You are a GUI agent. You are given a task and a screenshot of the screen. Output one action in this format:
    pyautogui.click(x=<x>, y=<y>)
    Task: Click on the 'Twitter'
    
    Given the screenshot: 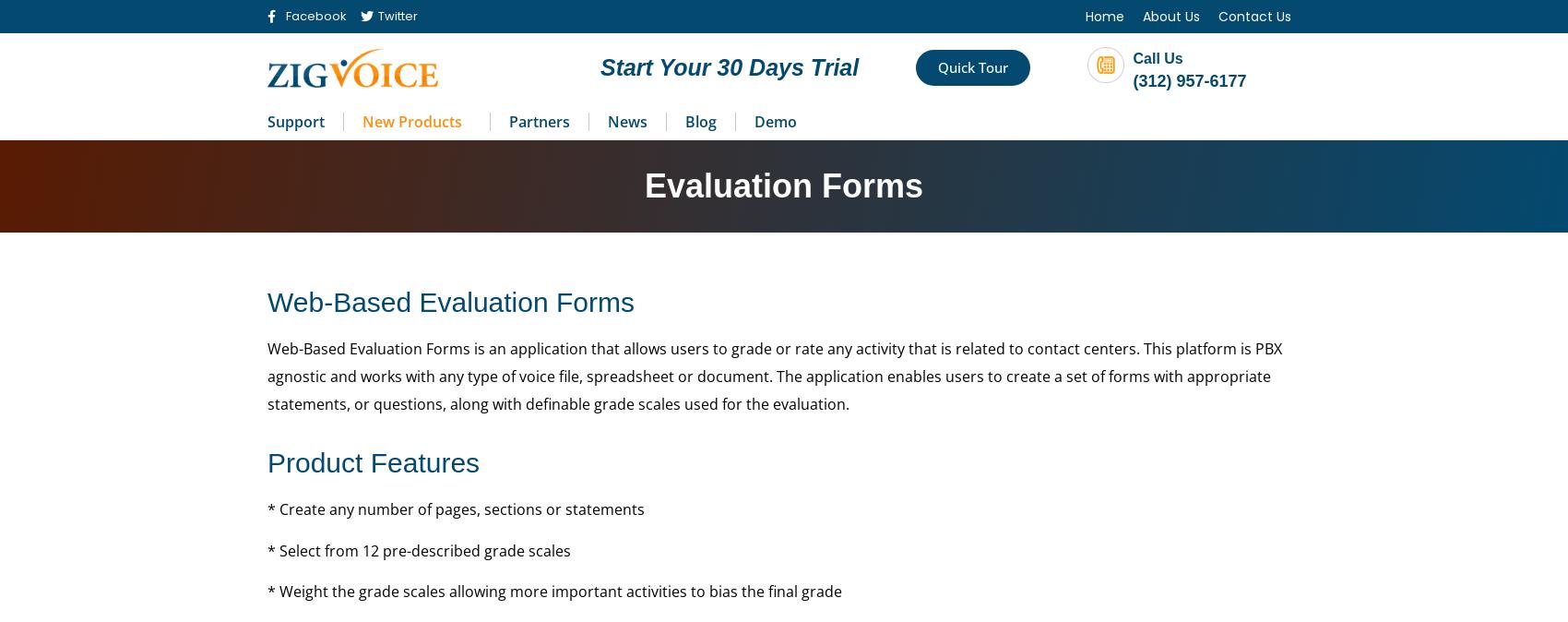 What is the action you would take?
    pyautogui.click(x=398, y=15)
    